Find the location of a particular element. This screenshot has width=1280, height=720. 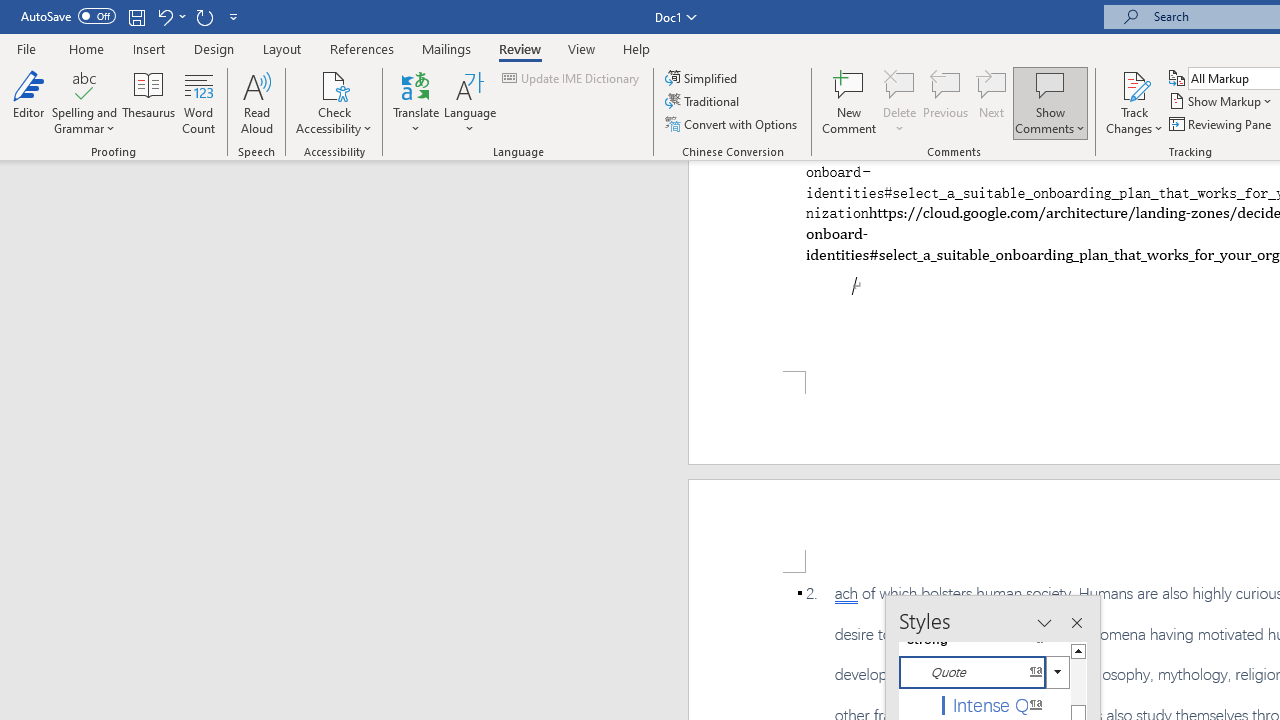

'Show Markup' is located at coordinates (1221, 101).